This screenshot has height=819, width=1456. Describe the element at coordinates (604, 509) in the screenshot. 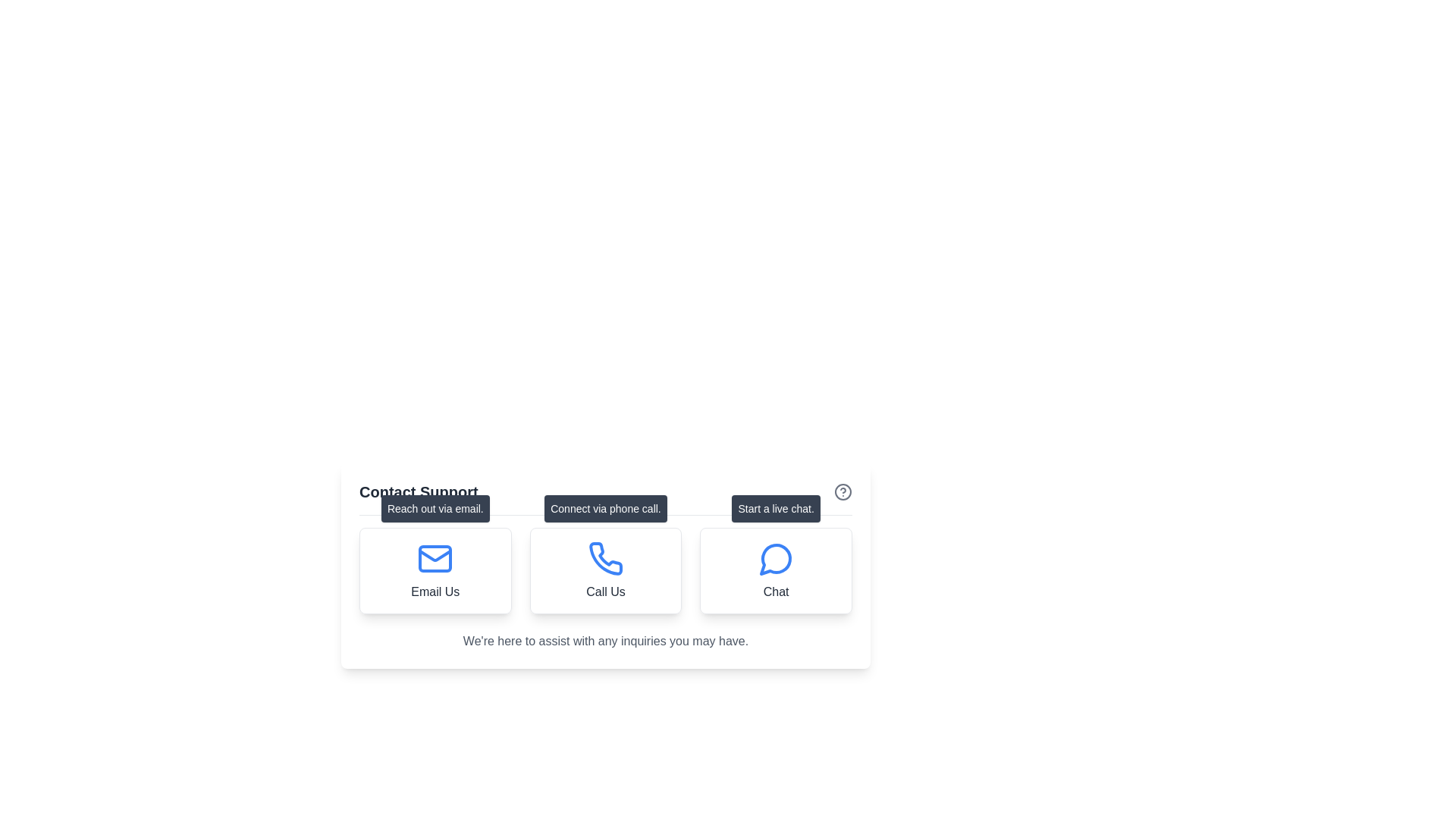

I see `the informational tooltip that provides guidance related to the 'Call Us' option in the contact support section, positioned above the 'Call Us' card` at that location.